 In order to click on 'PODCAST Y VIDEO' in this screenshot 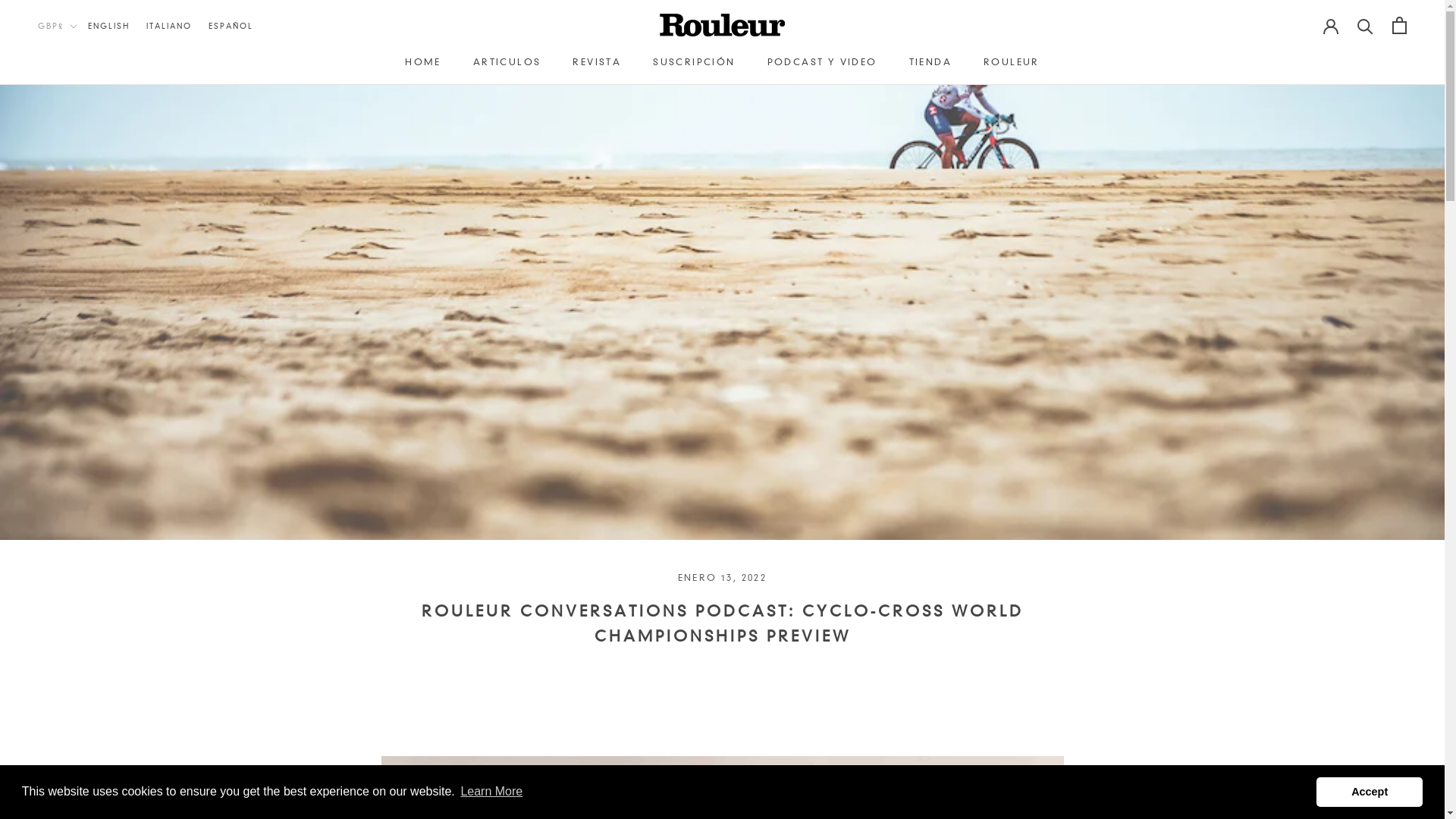, I will do `click(821, 61)`.